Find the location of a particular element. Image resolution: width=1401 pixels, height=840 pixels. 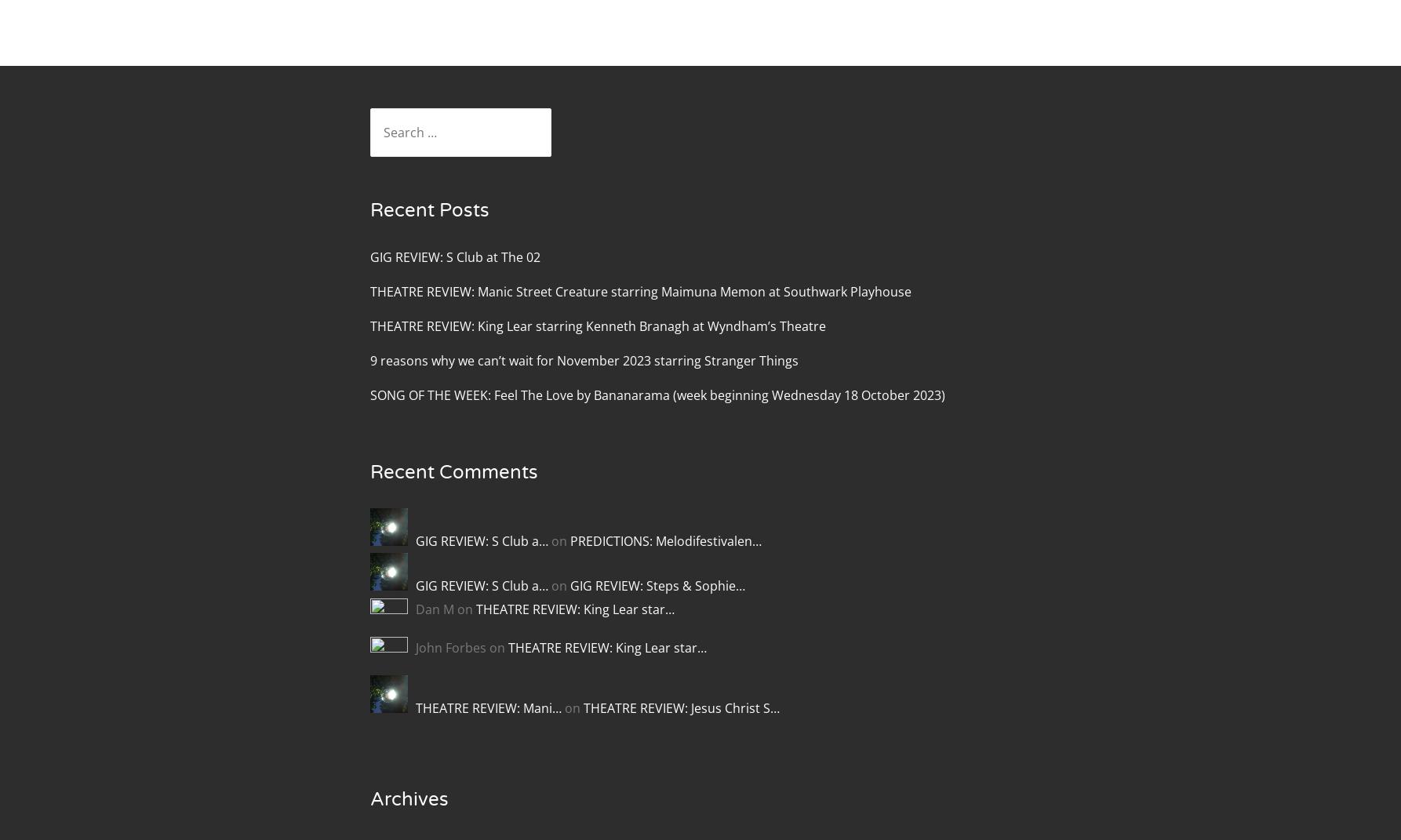

'THEATRE REVIEW: Mani…' is located at coordinates (414, 707).